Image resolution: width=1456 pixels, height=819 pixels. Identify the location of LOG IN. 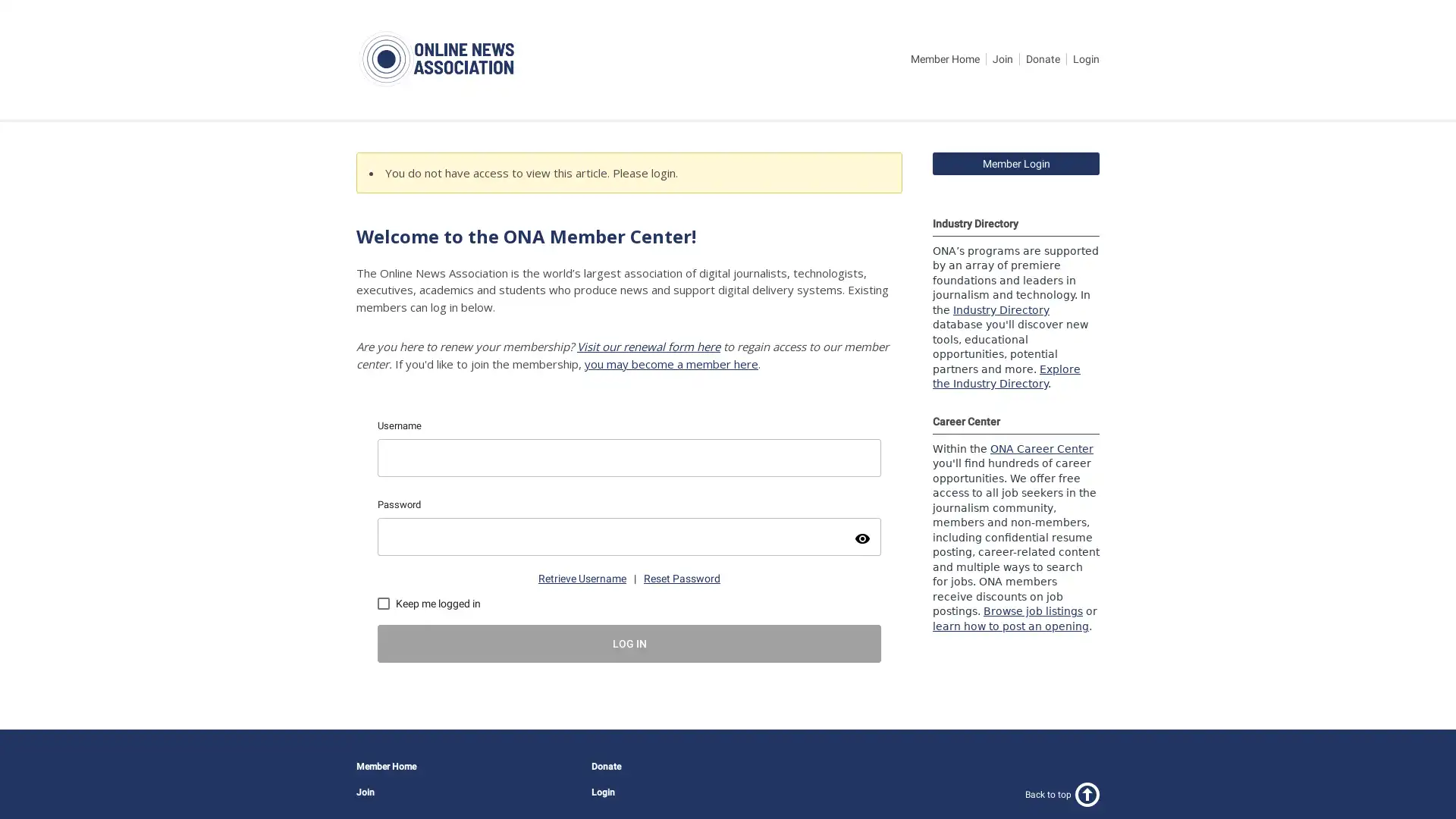
(629, 643).